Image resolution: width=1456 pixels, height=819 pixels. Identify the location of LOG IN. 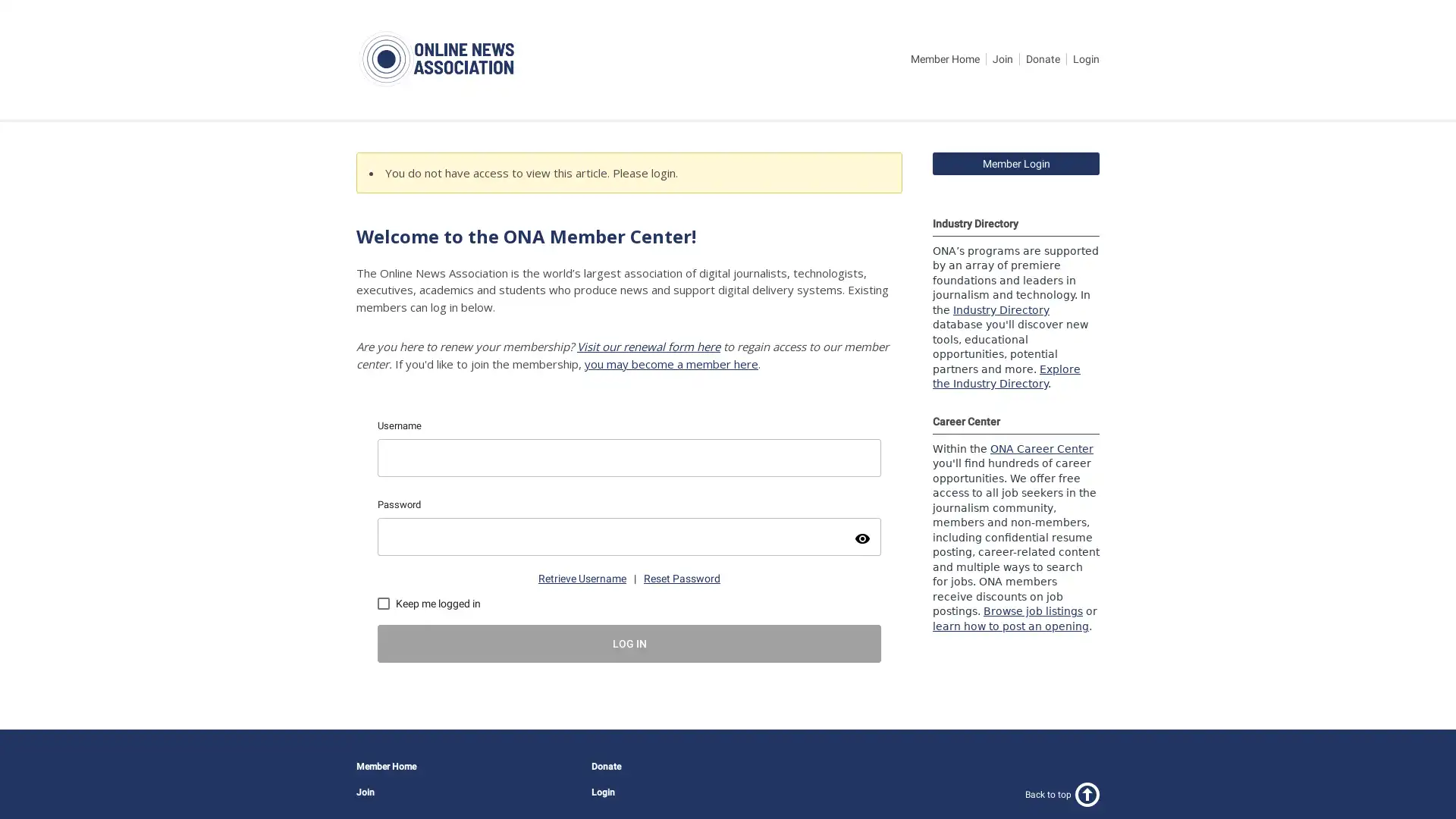
(629, 643).